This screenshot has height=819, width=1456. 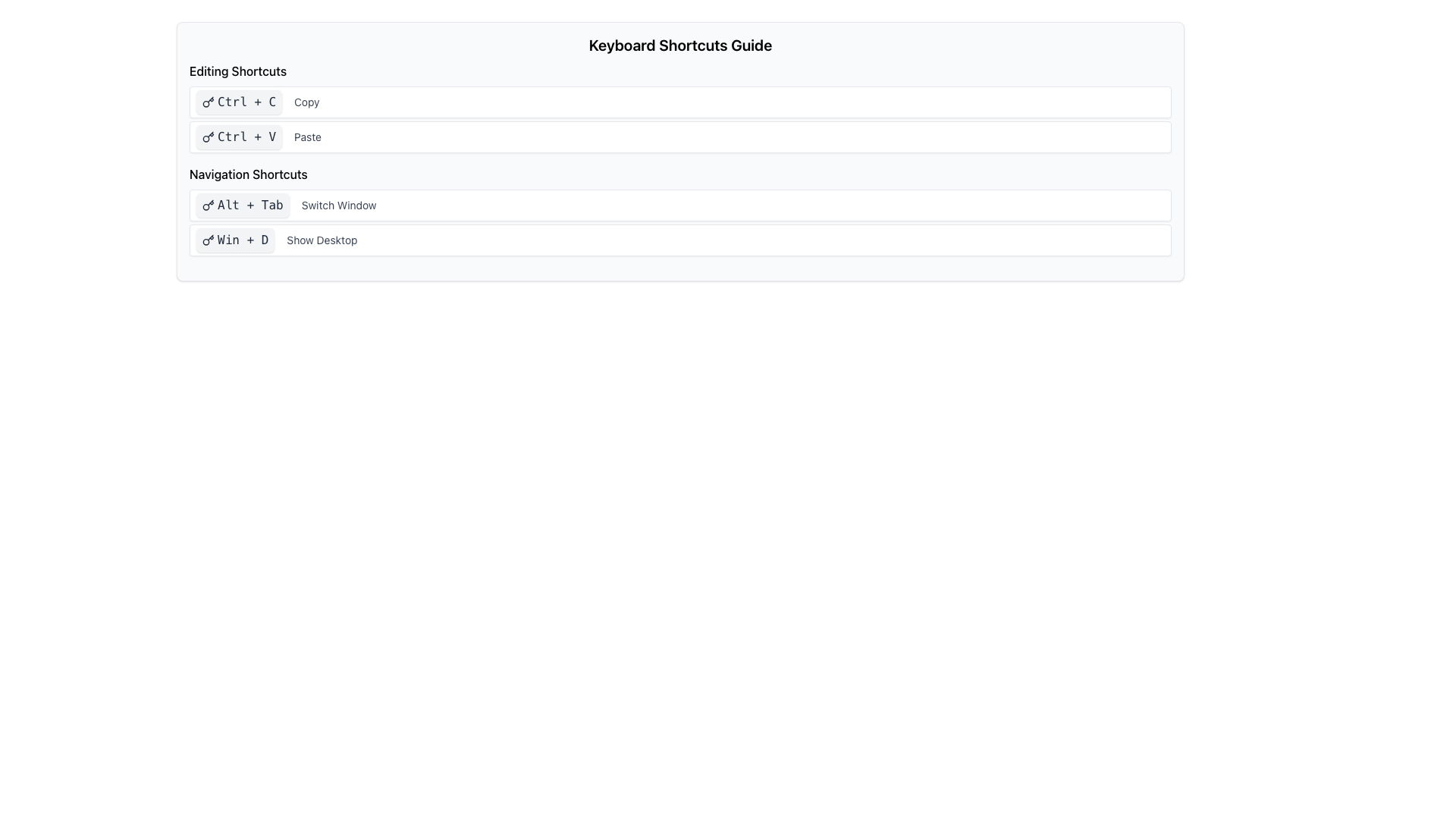 I want to click on the 'Alt + Tab' keyboard shortcut label in the 'Navigation Shortcuts' section, which is located in the first row and is adjacent to 'Switch Window', so click(x=243, y=205).